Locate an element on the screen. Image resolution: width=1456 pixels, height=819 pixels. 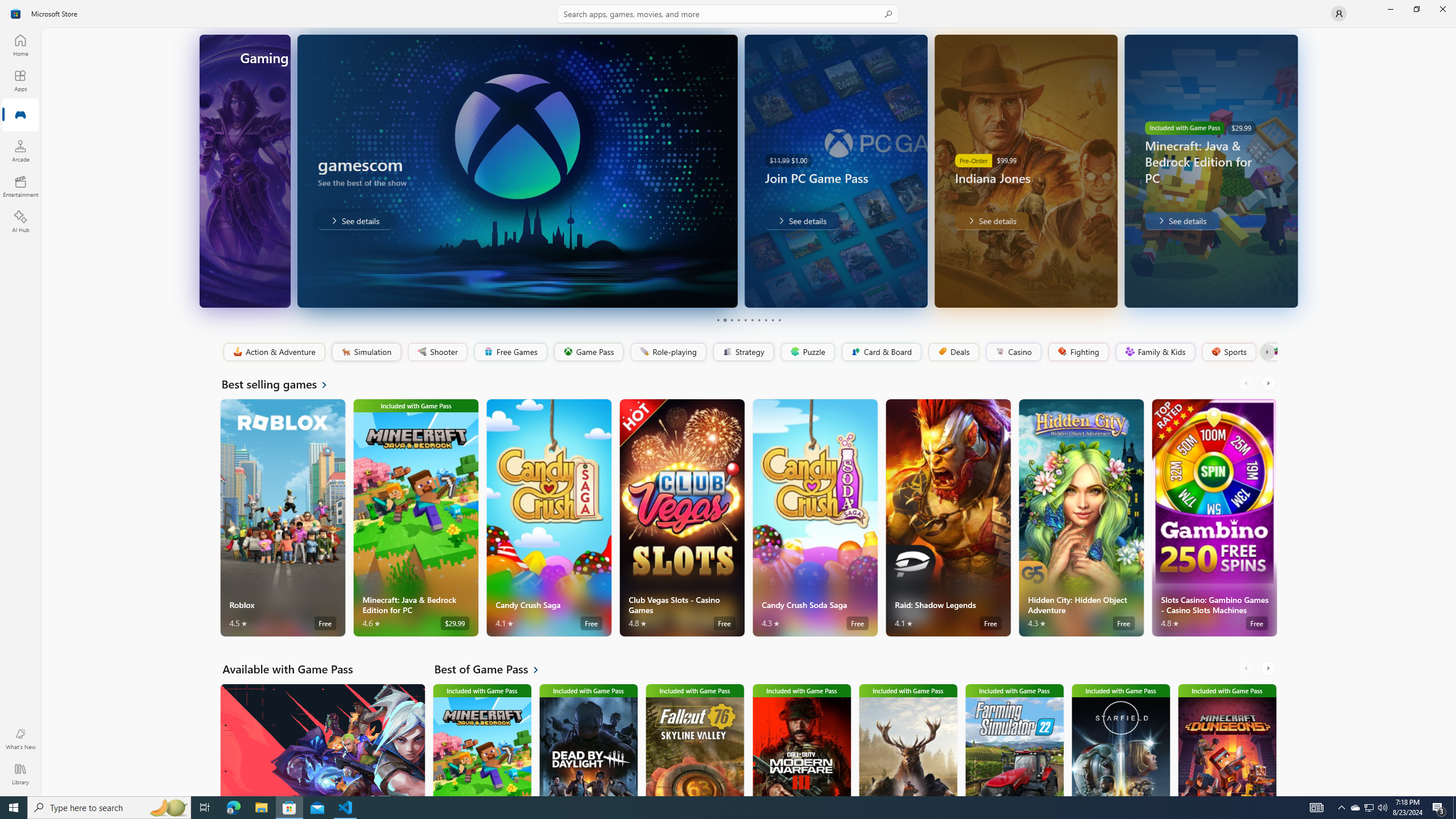
'User profile' is located at coordinates (1338, 13).